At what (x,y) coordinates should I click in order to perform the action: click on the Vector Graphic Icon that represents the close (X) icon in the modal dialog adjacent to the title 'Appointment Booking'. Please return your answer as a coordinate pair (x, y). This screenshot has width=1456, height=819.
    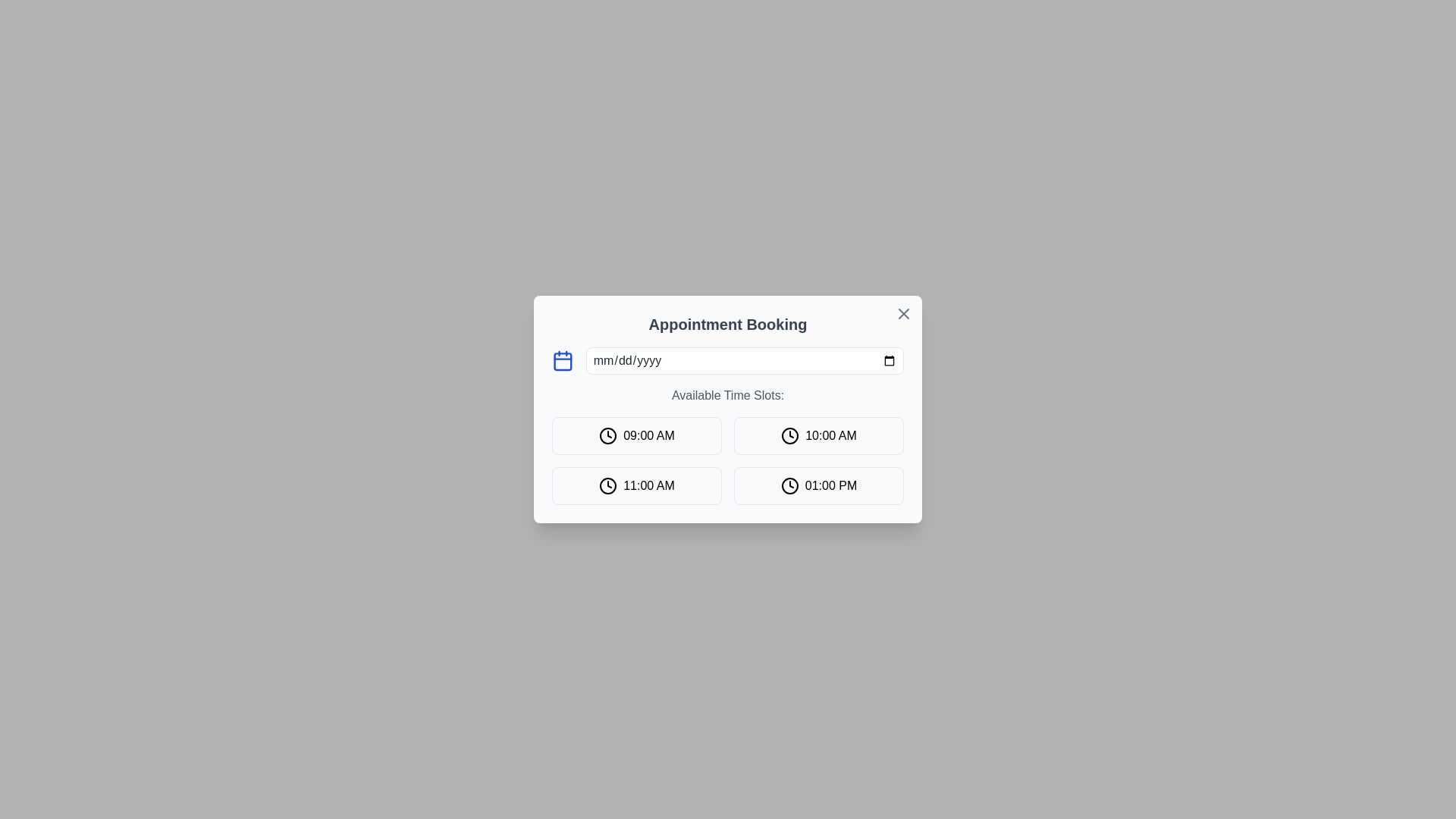
    Looking at the image, I should click on (903, 312).